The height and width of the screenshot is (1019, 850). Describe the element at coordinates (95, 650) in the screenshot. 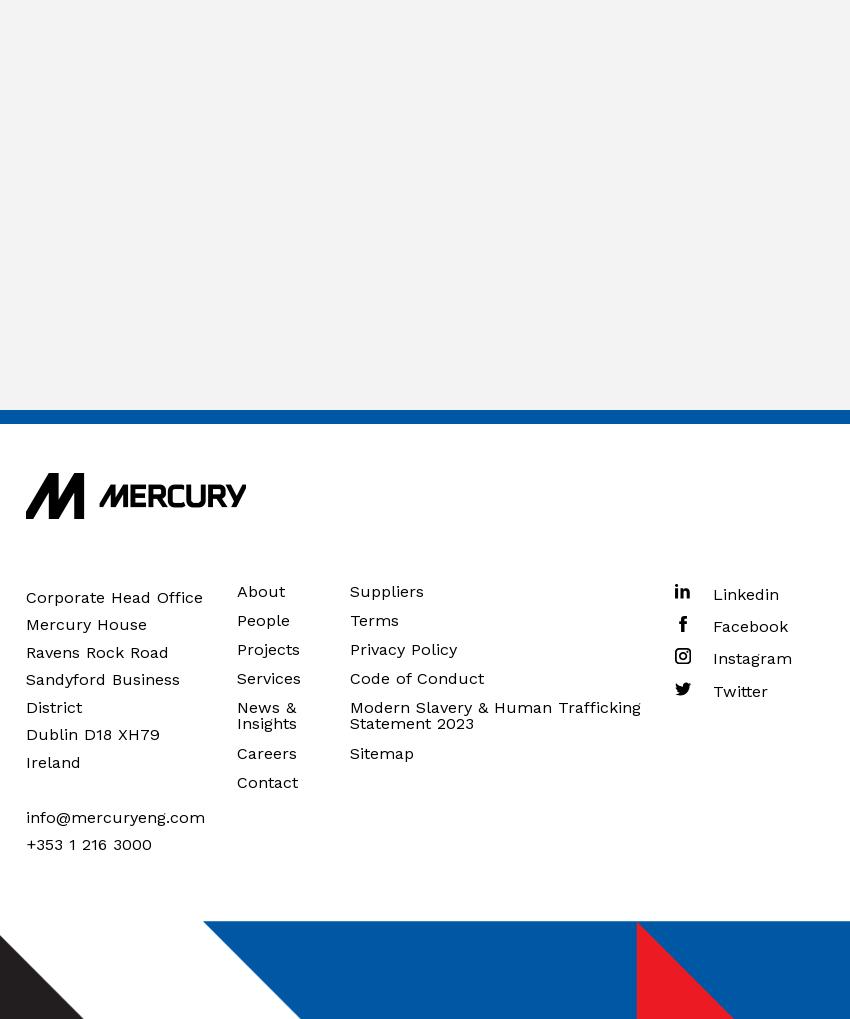

I see `'Ravens Rock Road'` at that location.